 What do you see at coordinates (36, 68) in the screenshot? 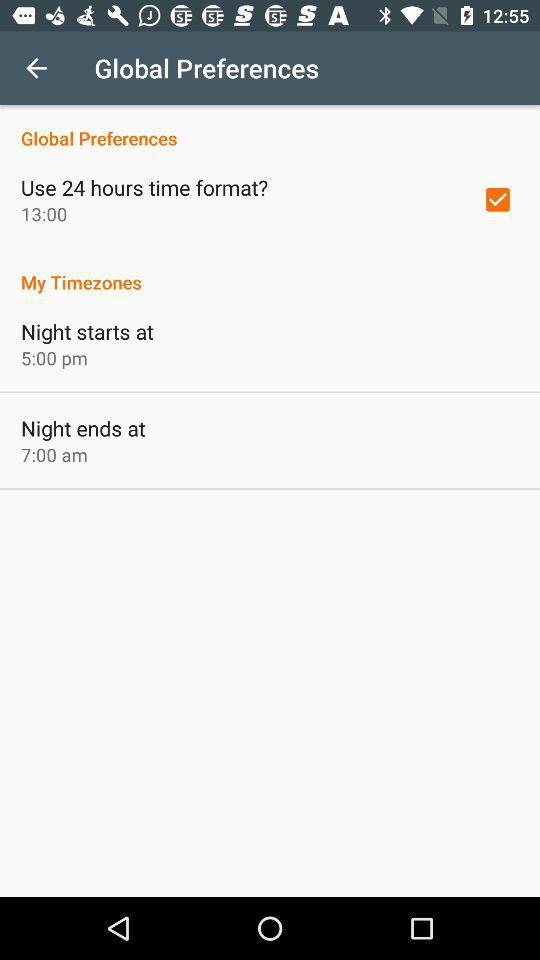
I see `icon to the left of the global preferences icon` at bounding box center [36, 68].